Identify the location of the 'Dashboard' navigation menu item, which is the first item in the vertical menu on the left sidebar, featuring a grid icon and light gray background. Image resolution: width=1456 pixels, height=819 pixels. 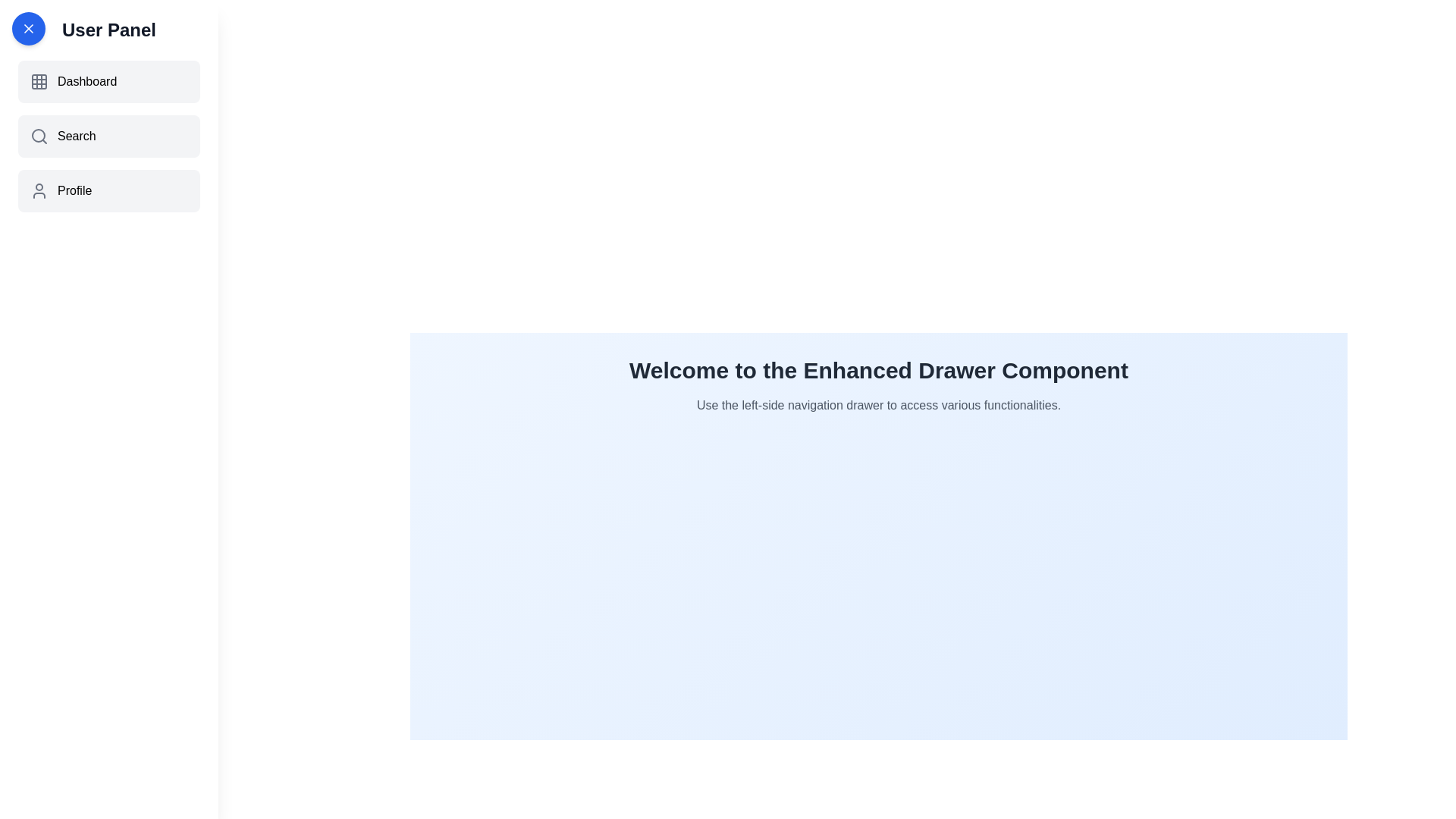
(108, 82).